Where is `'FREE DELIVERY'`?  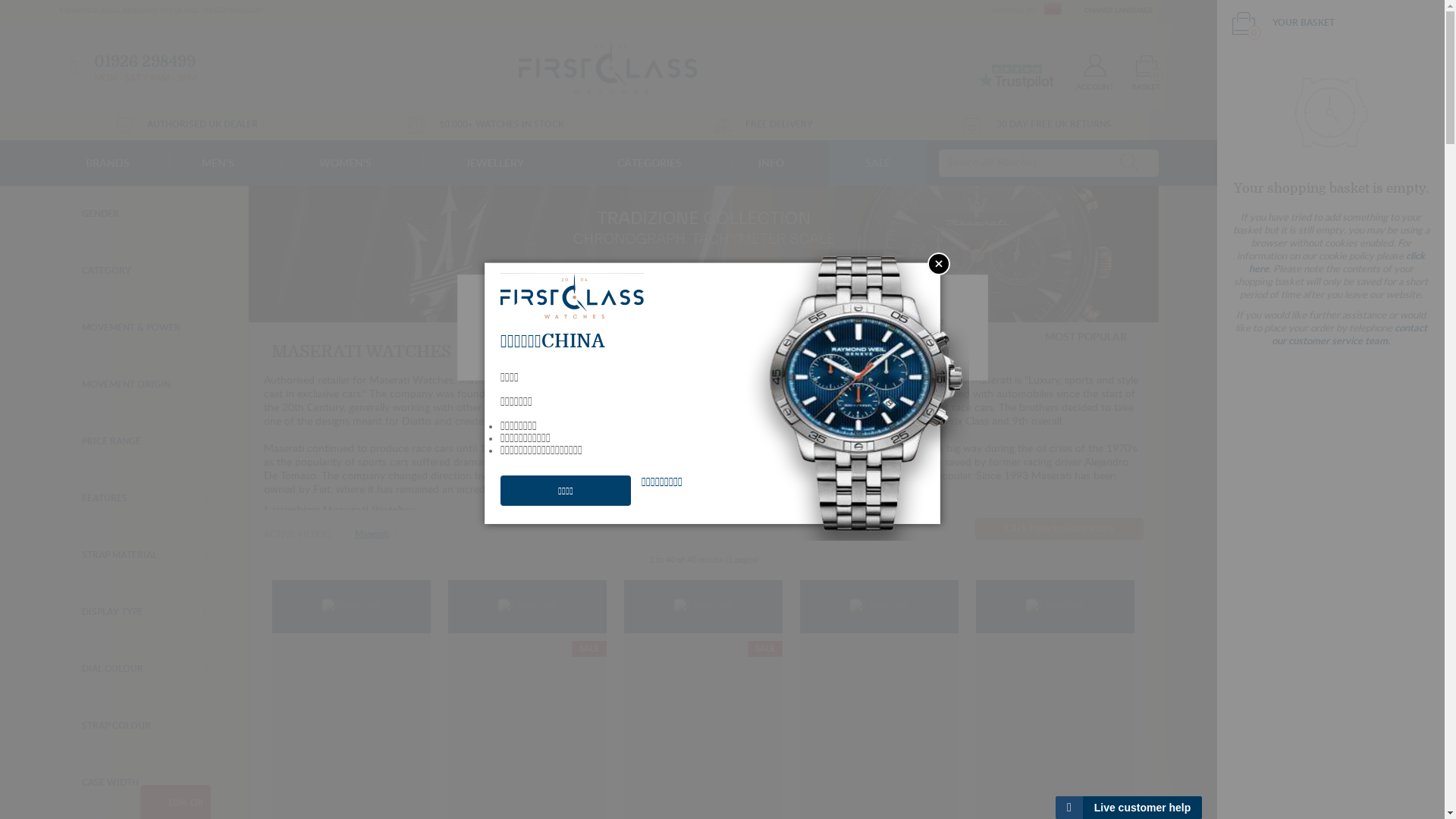 'FREE DELIVERY' is located at coordinates (757, 124).